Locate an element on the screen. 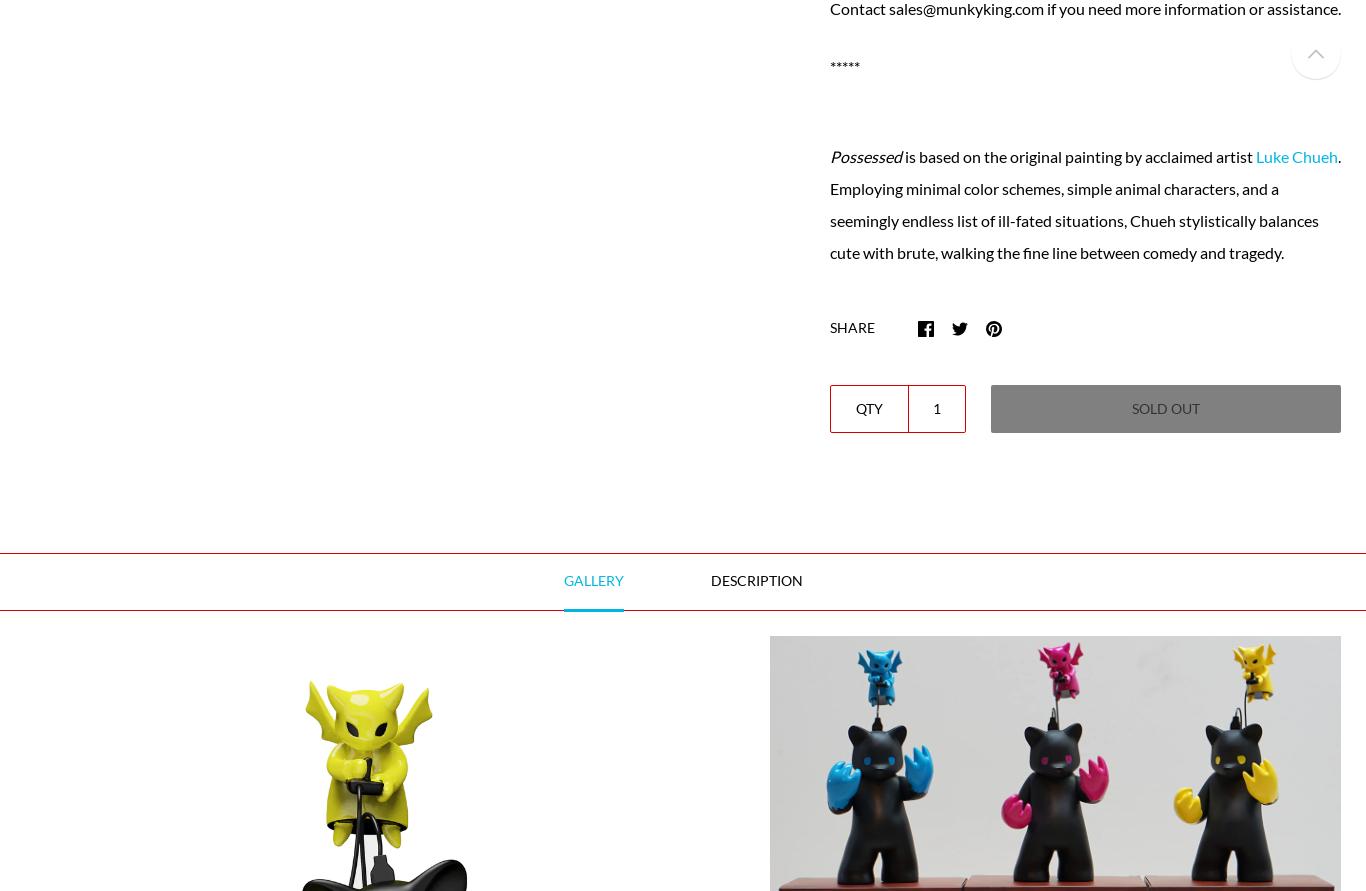 Image resolution: width=1366 pixels, height=891 pixels. 'Possessed' is located at coordinates (828, 154).